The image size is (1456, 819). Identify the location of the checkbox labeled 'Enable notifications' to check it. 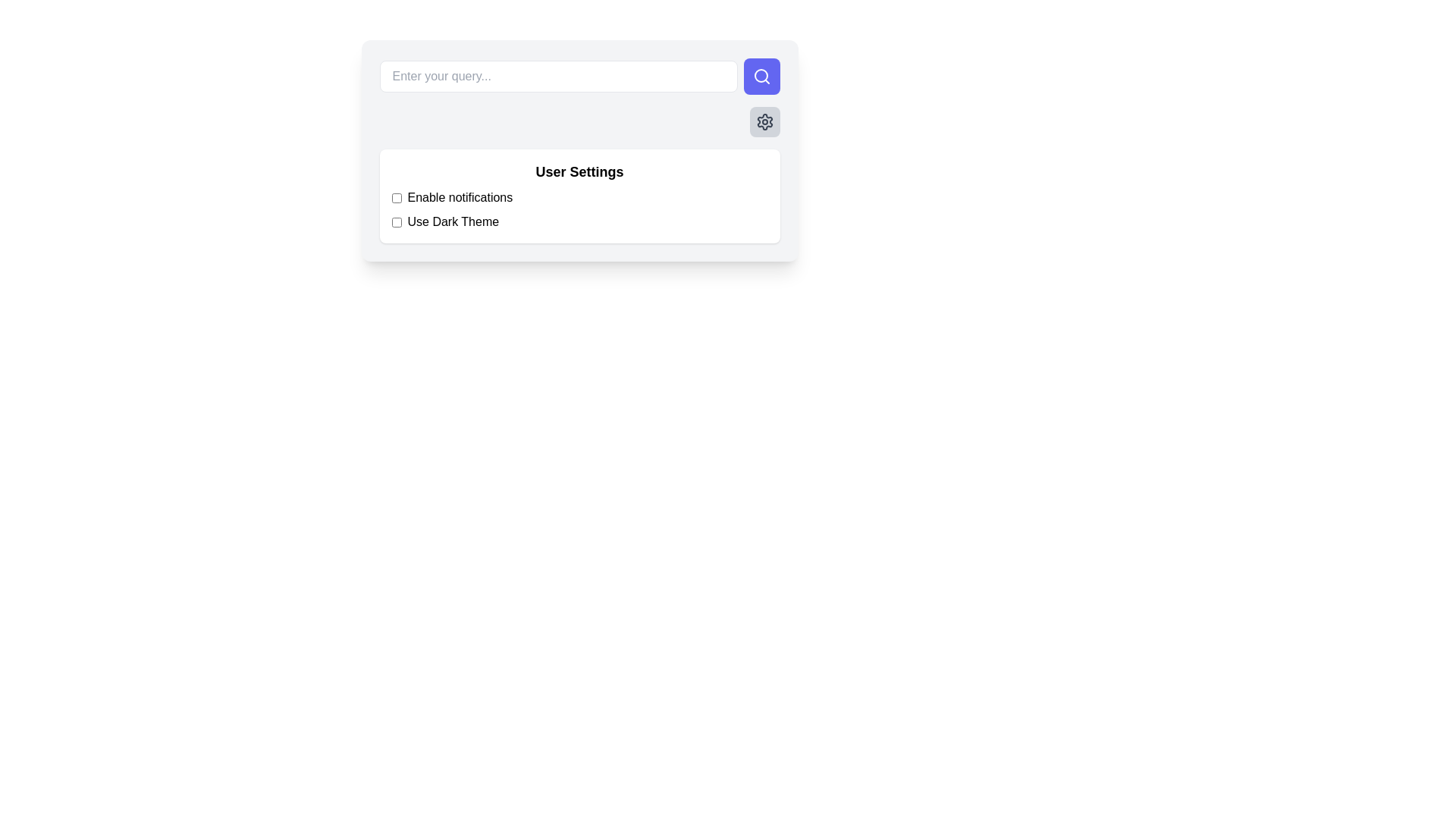
(579, 197).